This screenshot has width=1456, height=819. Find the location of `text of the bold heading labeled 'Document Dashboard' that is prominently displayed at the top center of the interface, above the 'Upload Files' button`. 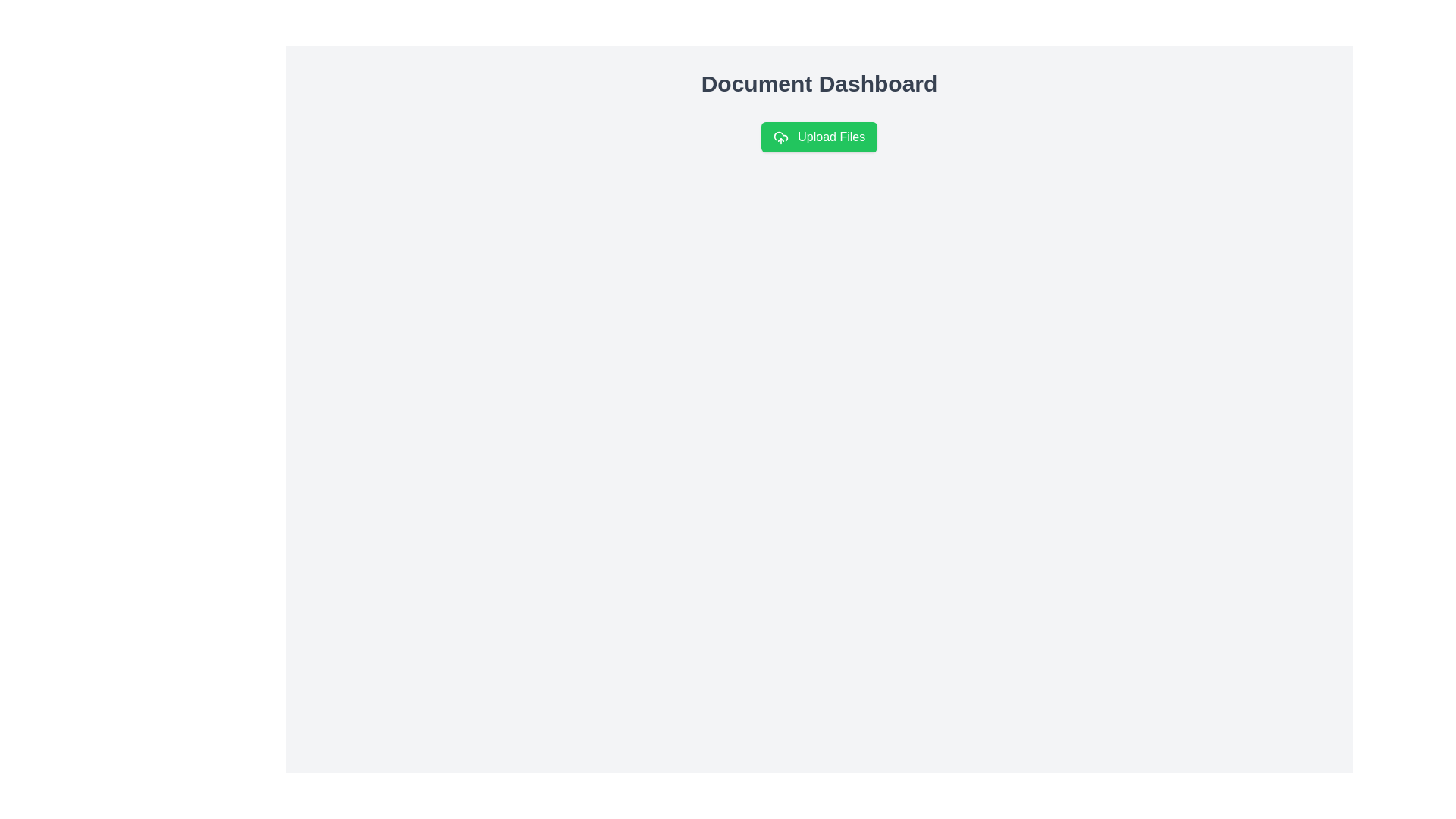

text of the bold heading labeled 'Document Dashboard' that is prominently displayed at the top center of the interface, above the 'Upload Files' button is located at coordinates (818, 84).